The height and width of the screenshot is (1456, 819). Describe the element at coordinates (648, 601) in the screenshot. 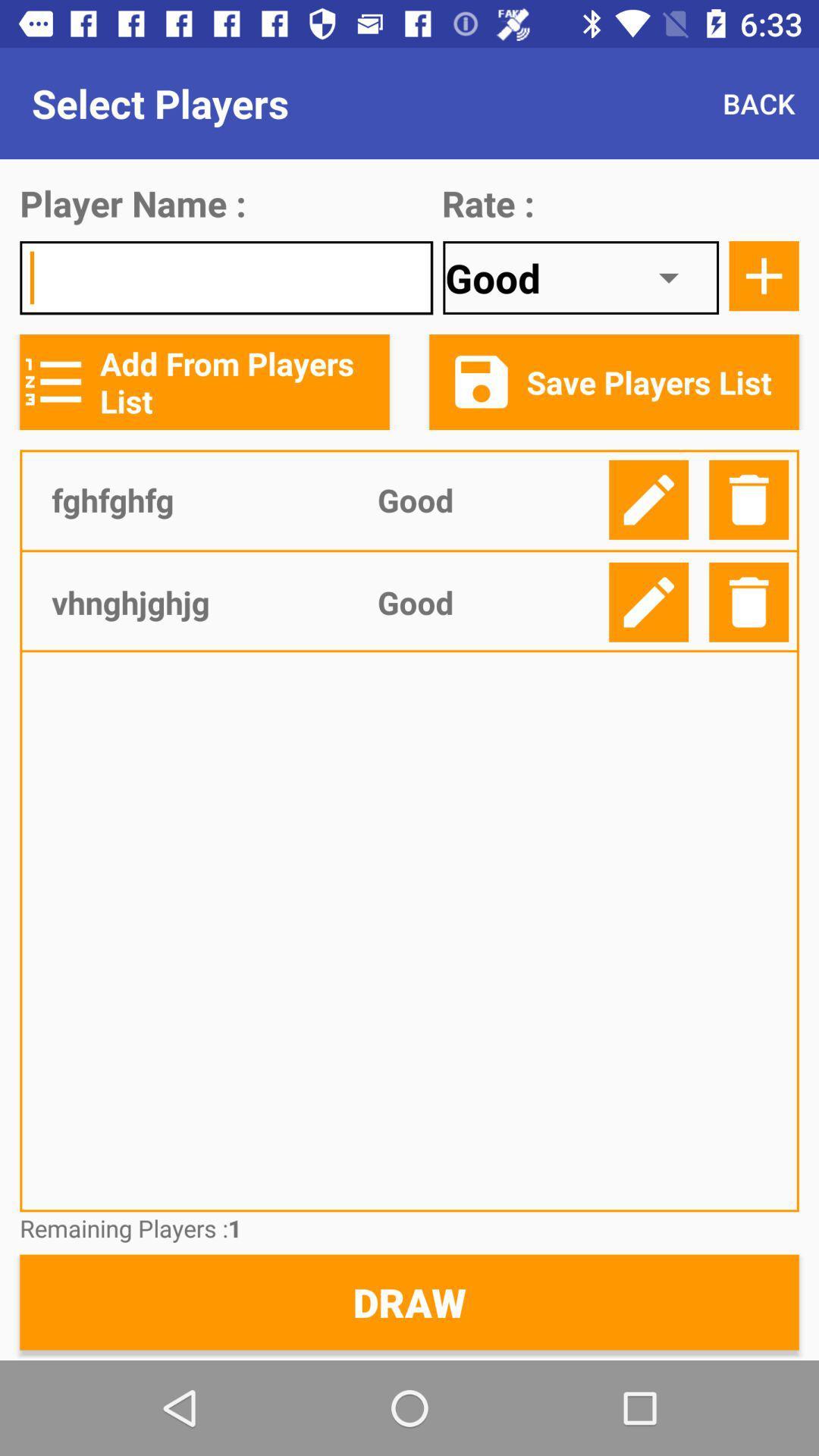

I see `details` at that location.